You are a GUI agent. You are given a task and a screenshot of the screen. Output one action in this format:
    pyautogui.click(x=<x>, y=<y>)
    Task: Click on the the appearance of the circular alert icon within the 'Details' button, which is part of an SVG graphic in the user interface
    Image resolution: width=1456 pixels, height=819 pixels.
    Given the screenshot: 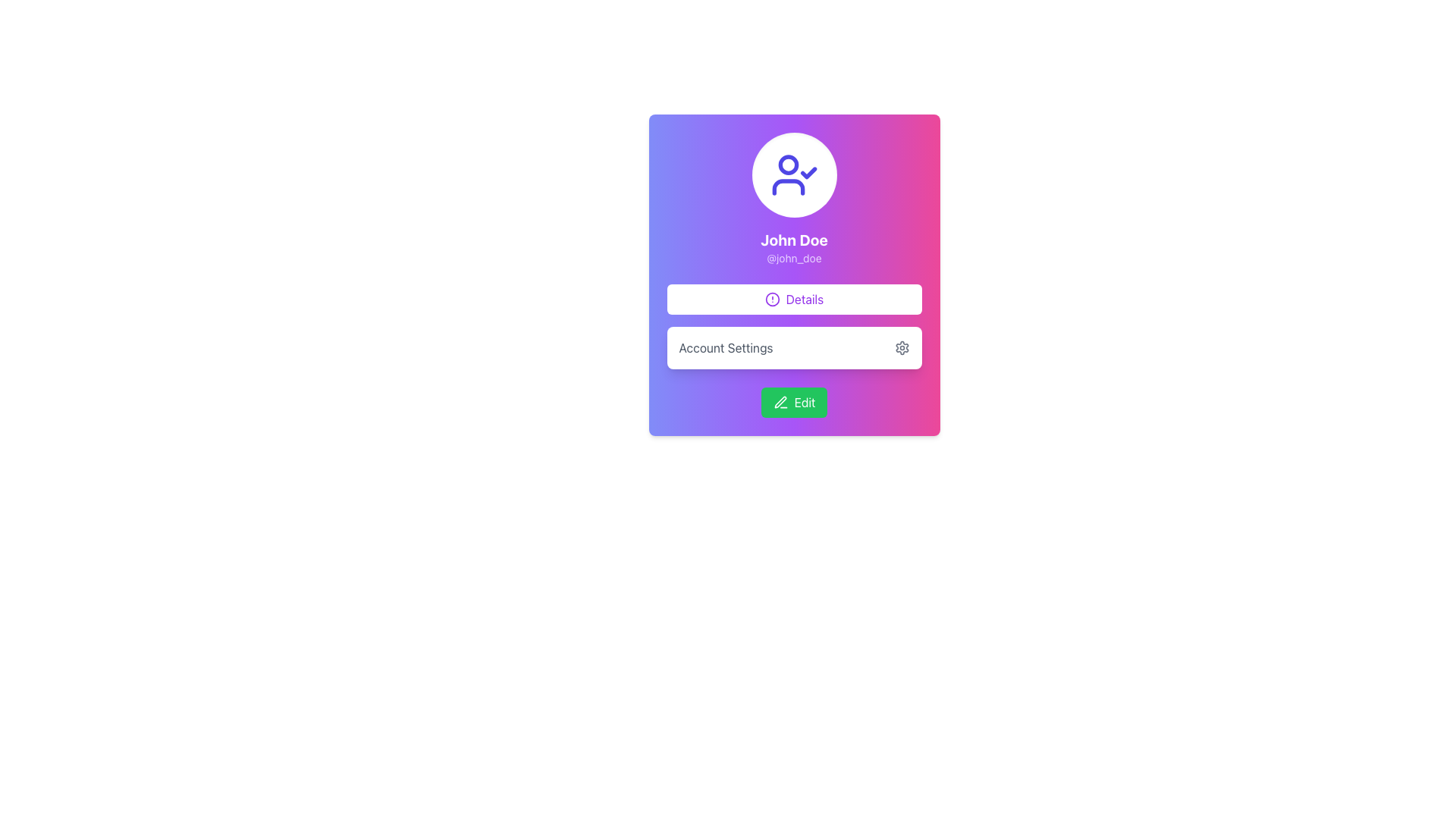 What is the action you would take?
    pyautogui.click(x=772, y=299)
    